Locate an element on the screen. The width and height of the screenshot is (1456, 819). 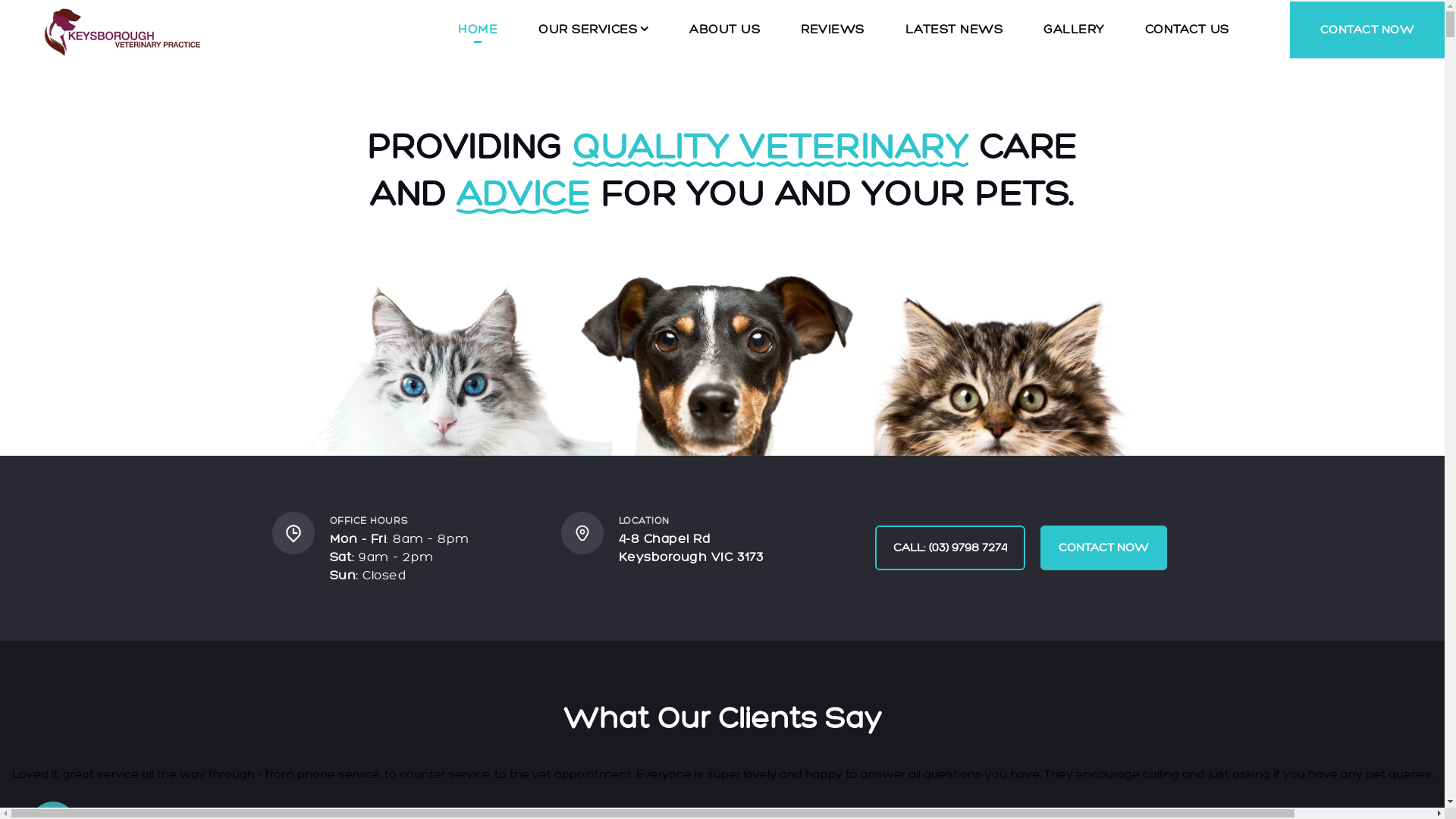
'CONTACT US' is located at coordinates (1186, 29).